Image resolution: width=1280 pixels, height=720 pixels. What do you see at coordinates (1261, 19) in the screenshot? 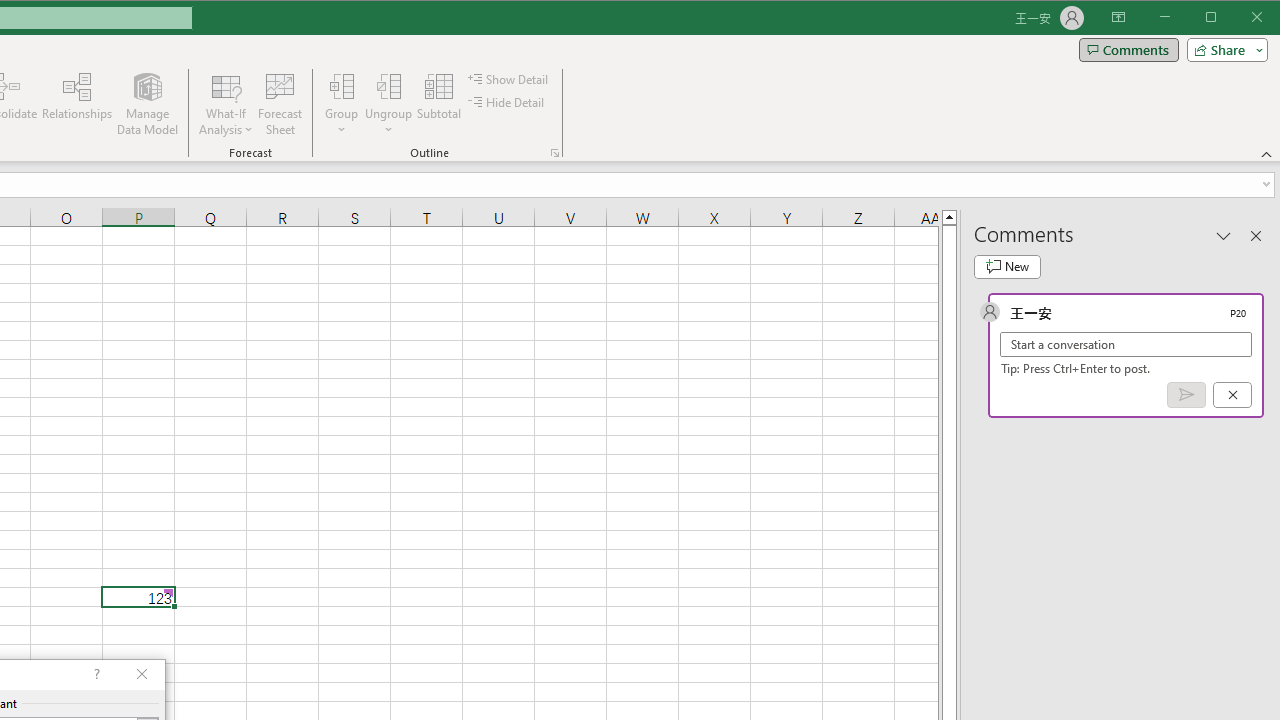
I see `'Close'` at bounding box center [1261, 19].